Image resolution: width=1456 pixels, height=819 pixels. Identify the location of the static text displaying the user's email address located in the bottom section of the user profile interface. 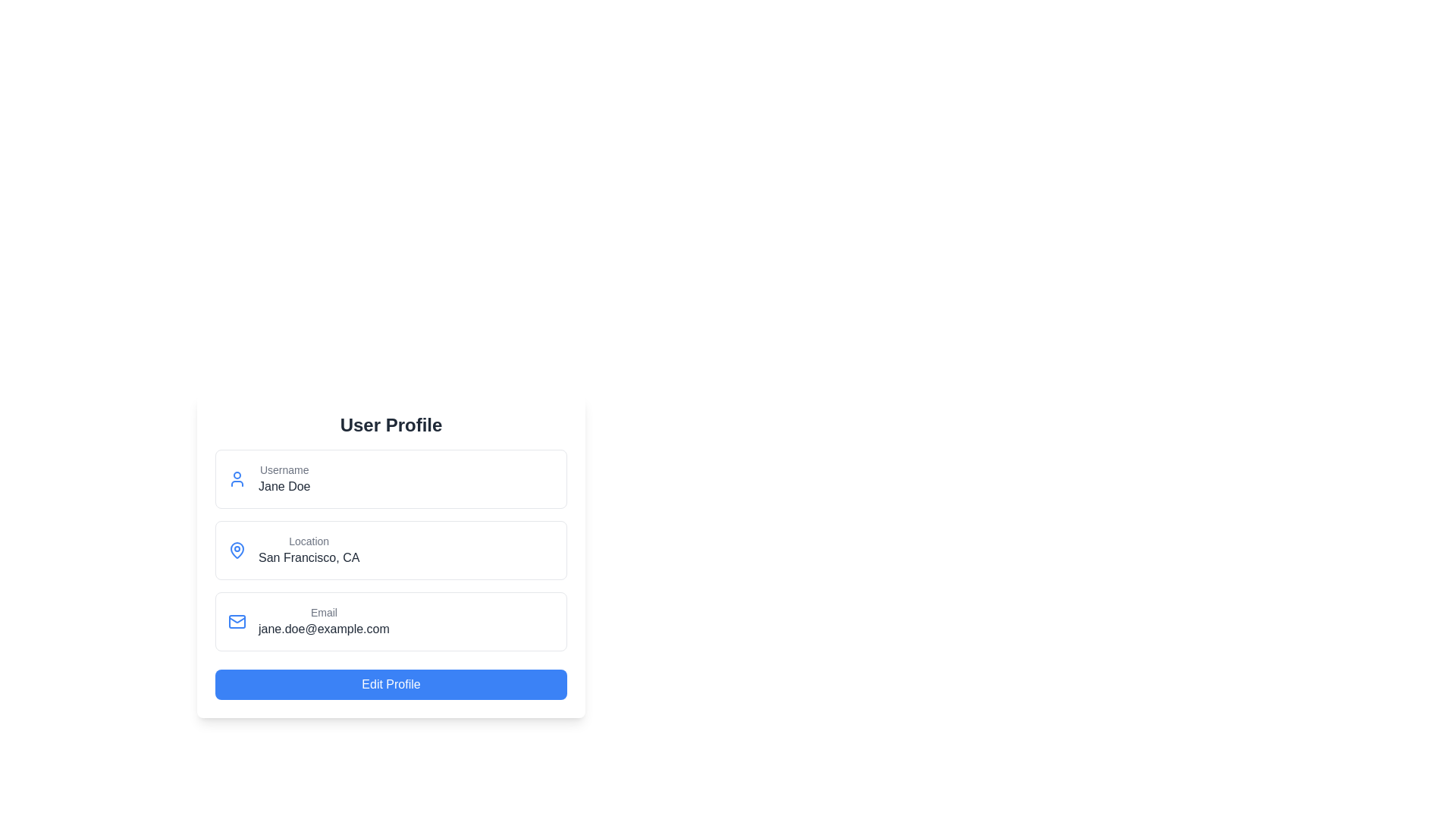
(323, 629).